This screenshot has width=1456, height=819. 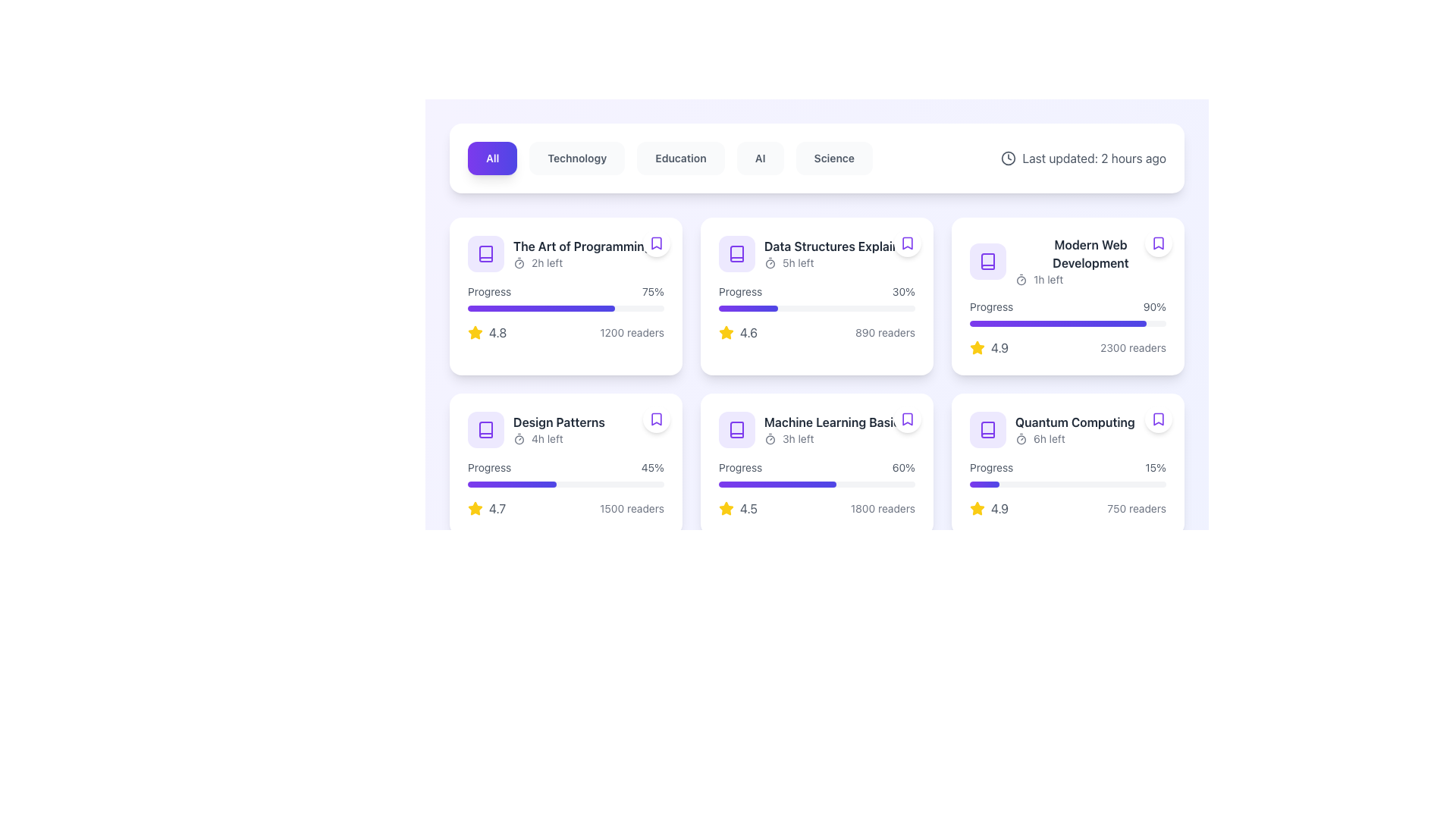 What do you see at coordinates (977, 348) in the screenshot?
I see `the yellow filled star icon used as a rating symbol for 'Modern Web Development', located to the left of the numeric rating '4.9'` at bounding box center [977, 348].